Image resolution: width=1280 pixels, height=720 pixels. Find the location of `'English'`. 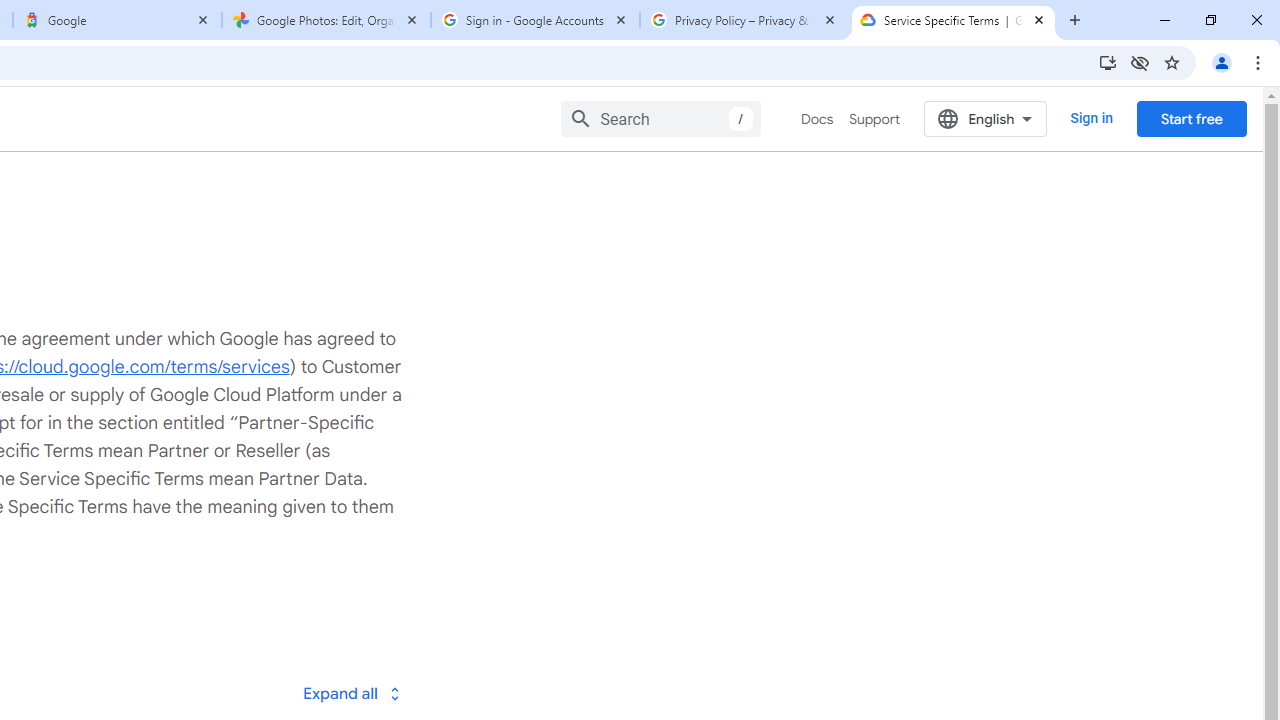

'English' is located at coordinates (985, 118).